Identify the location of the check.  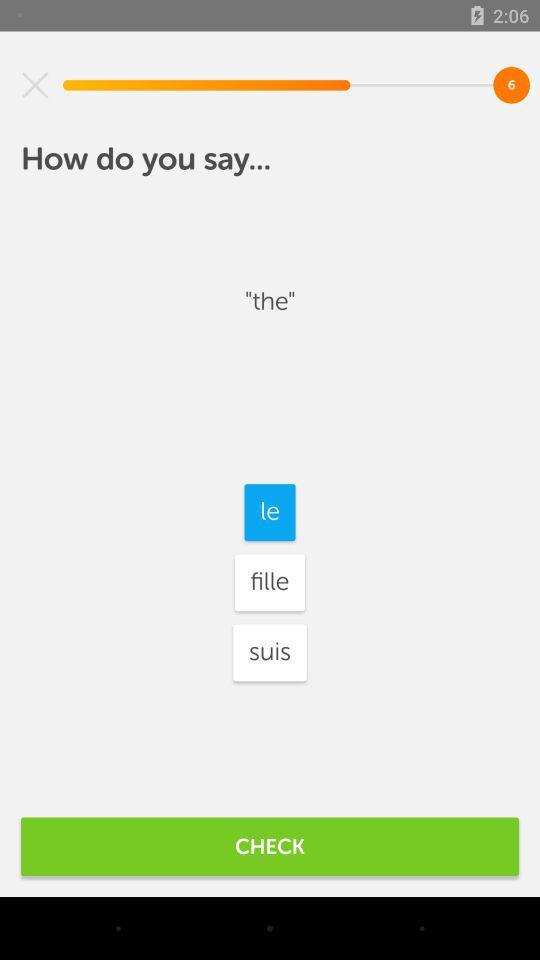
(270, 845).